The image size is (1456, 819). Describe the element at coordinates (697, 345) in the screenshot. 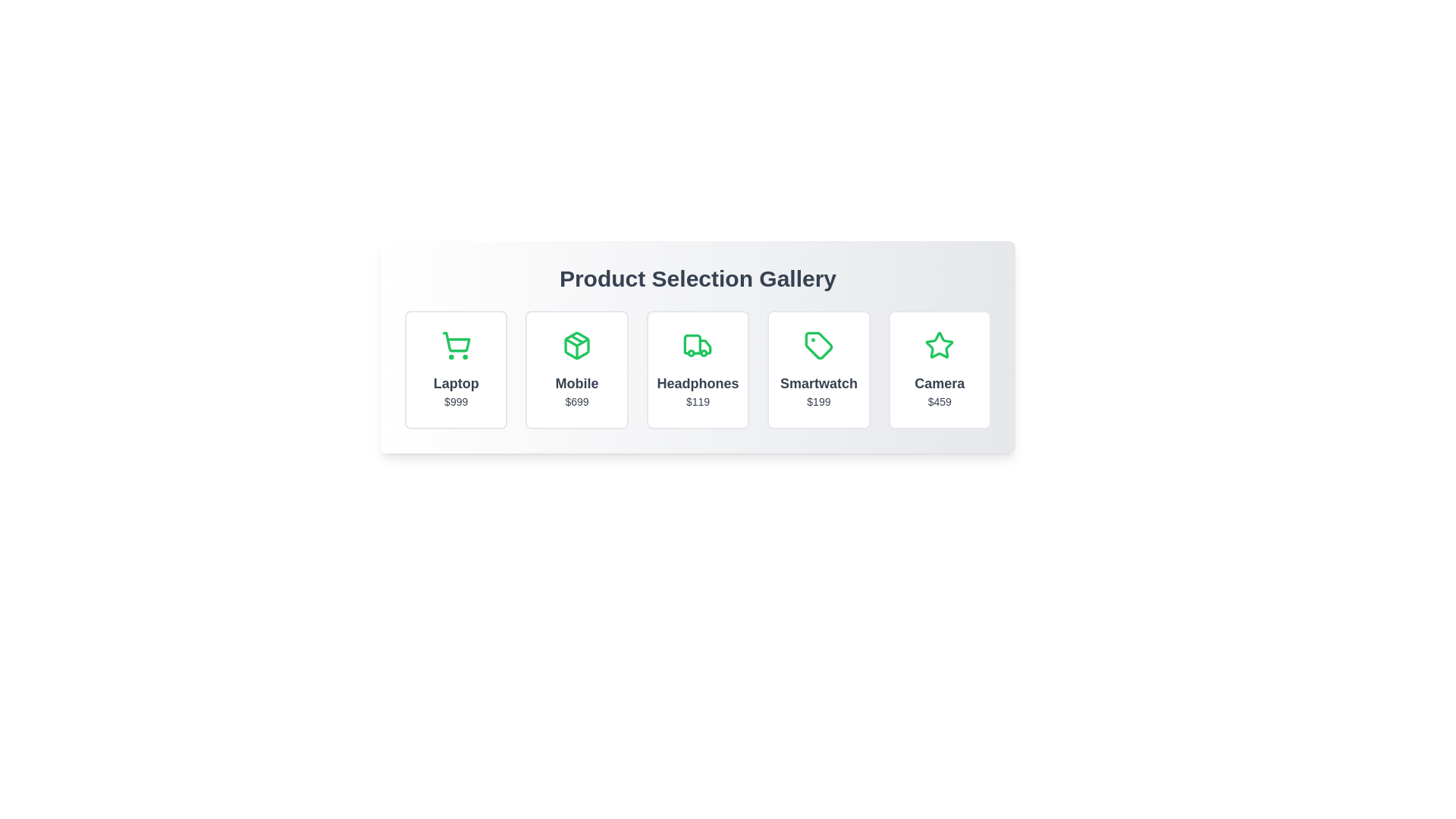

I see `the delivery truck icon, which is located above the text 'Headphones' and '$119' in the third item of the product selection grid` at that location.